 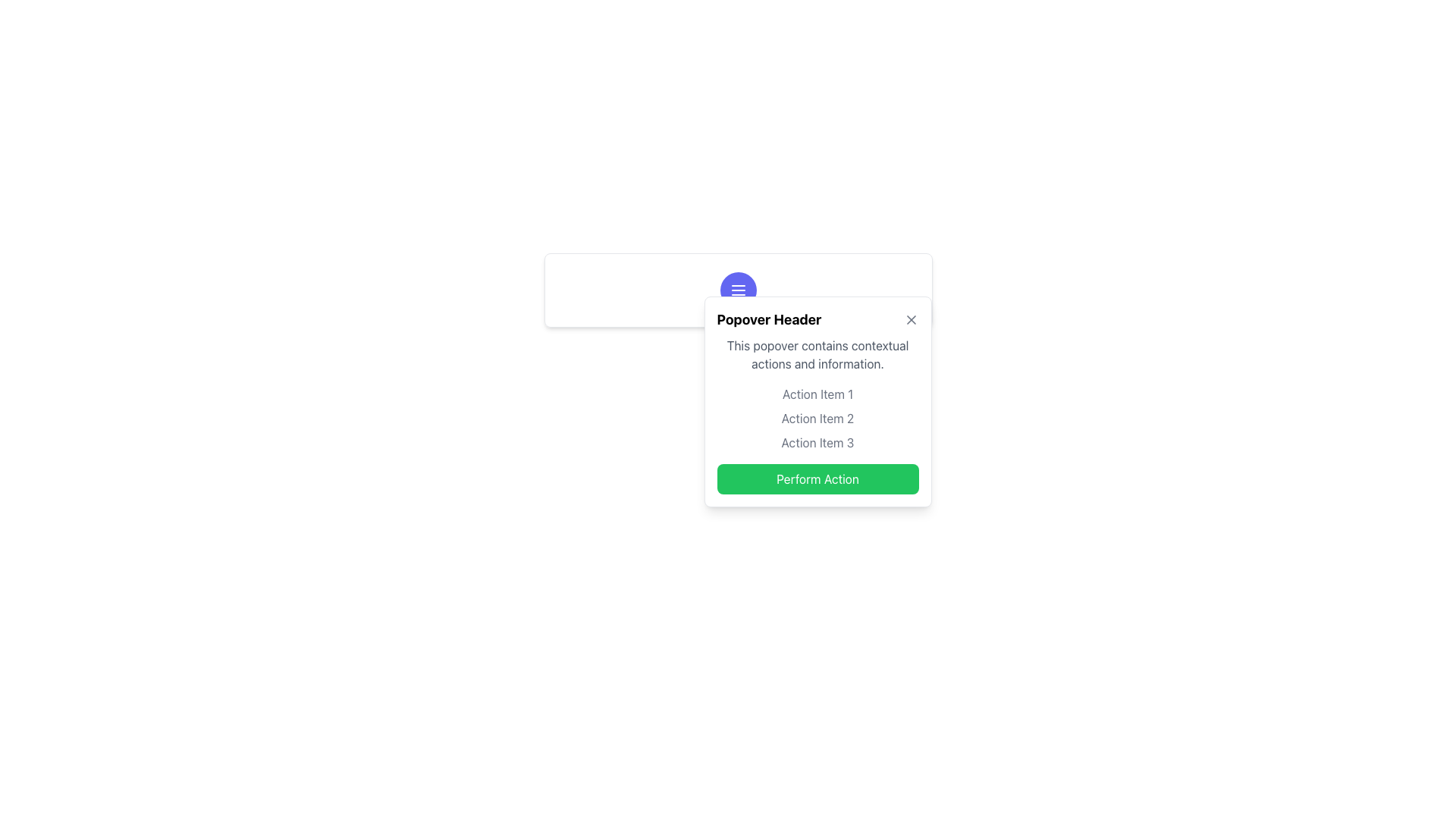 I want to click on the rectangular button with a green background and white text 'Perform Action' located at the bottom of the popover, below three labeled action items, so click(x=817, y=479).